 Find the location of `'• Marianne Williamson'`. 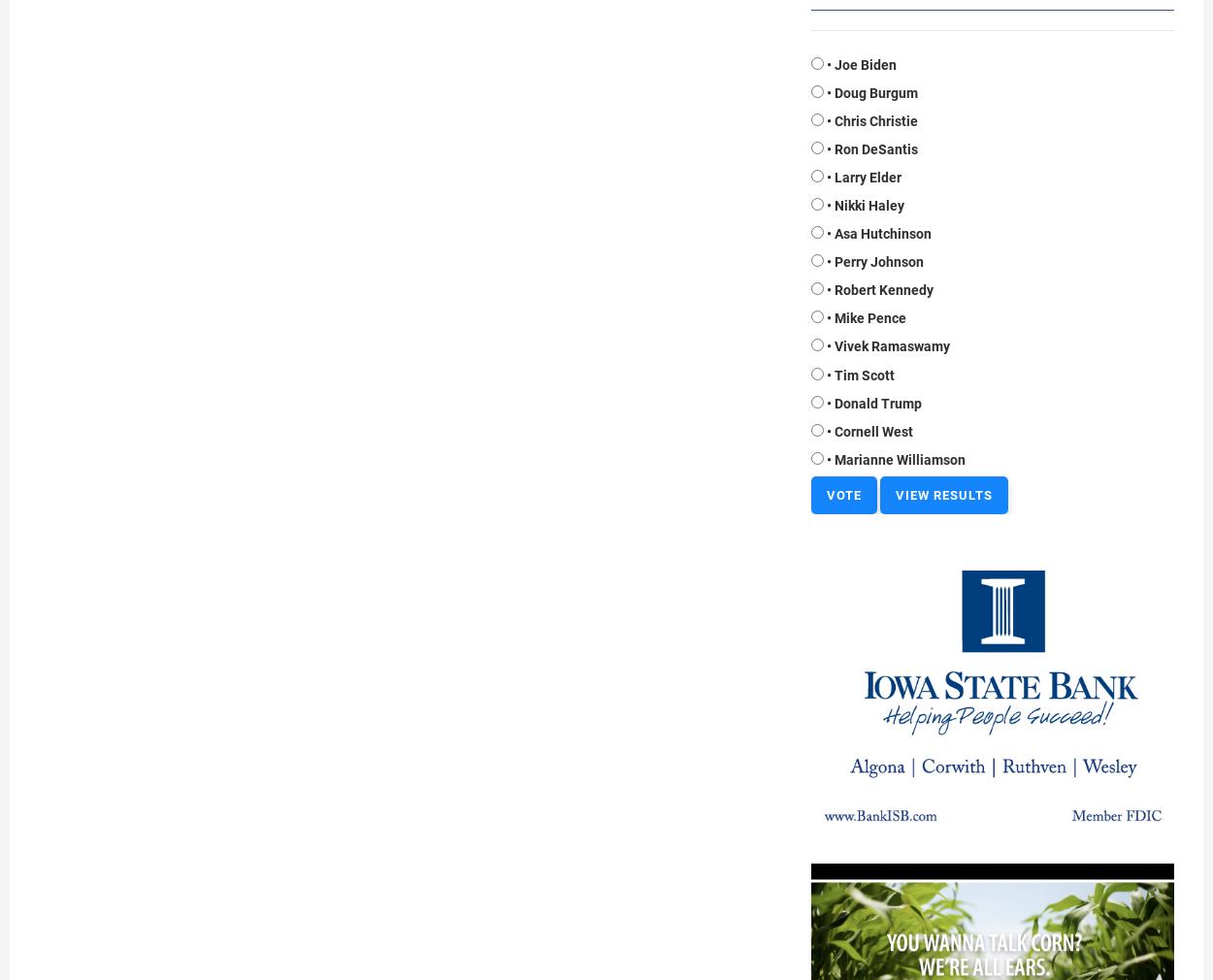

'• Marianne Williamson' is located at coordinates (896, 458).